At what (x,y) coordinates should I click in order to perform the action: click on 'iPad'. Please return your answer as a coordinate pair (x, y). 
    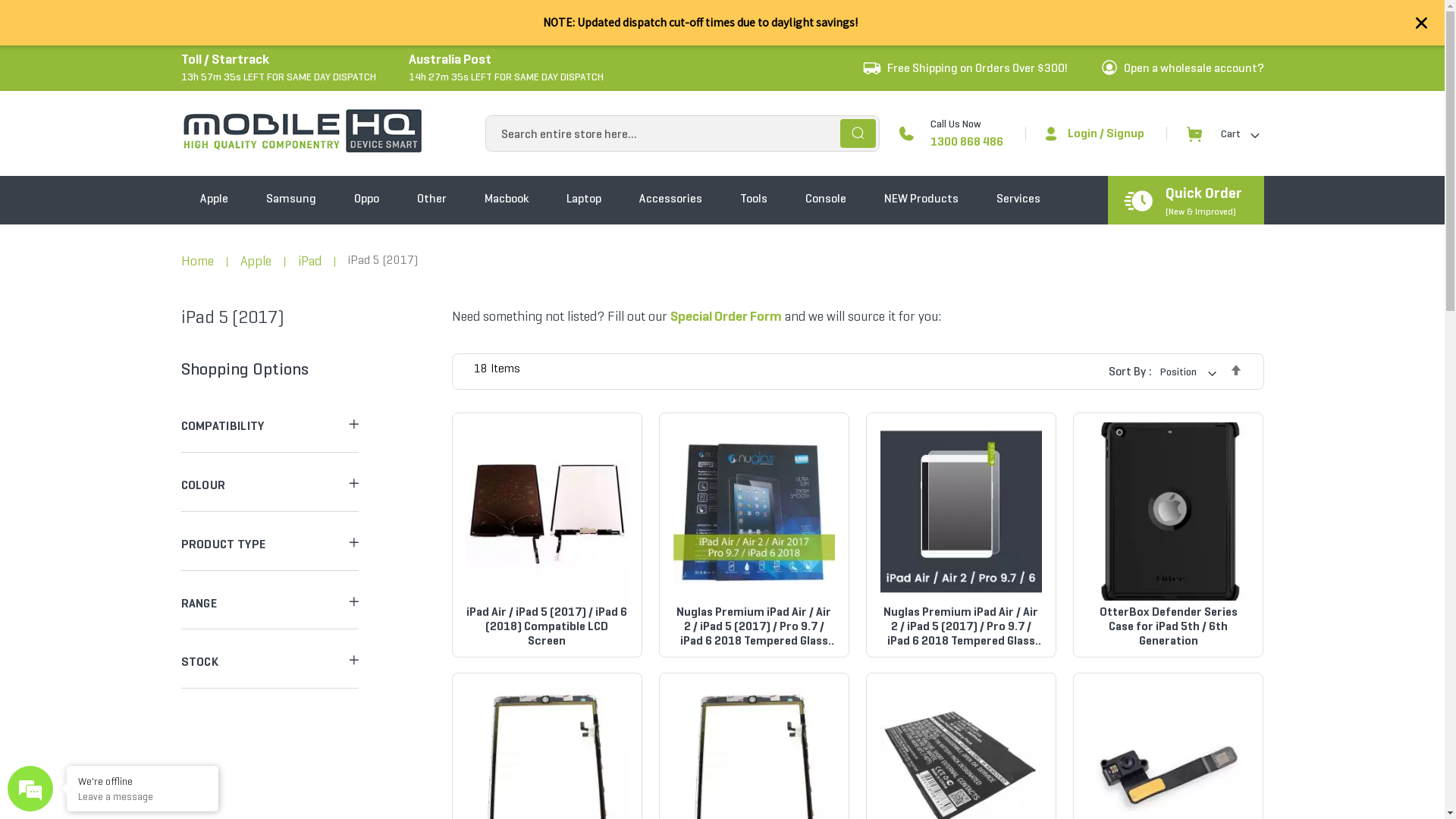
    Looking at the image, I should click on (308, 259).